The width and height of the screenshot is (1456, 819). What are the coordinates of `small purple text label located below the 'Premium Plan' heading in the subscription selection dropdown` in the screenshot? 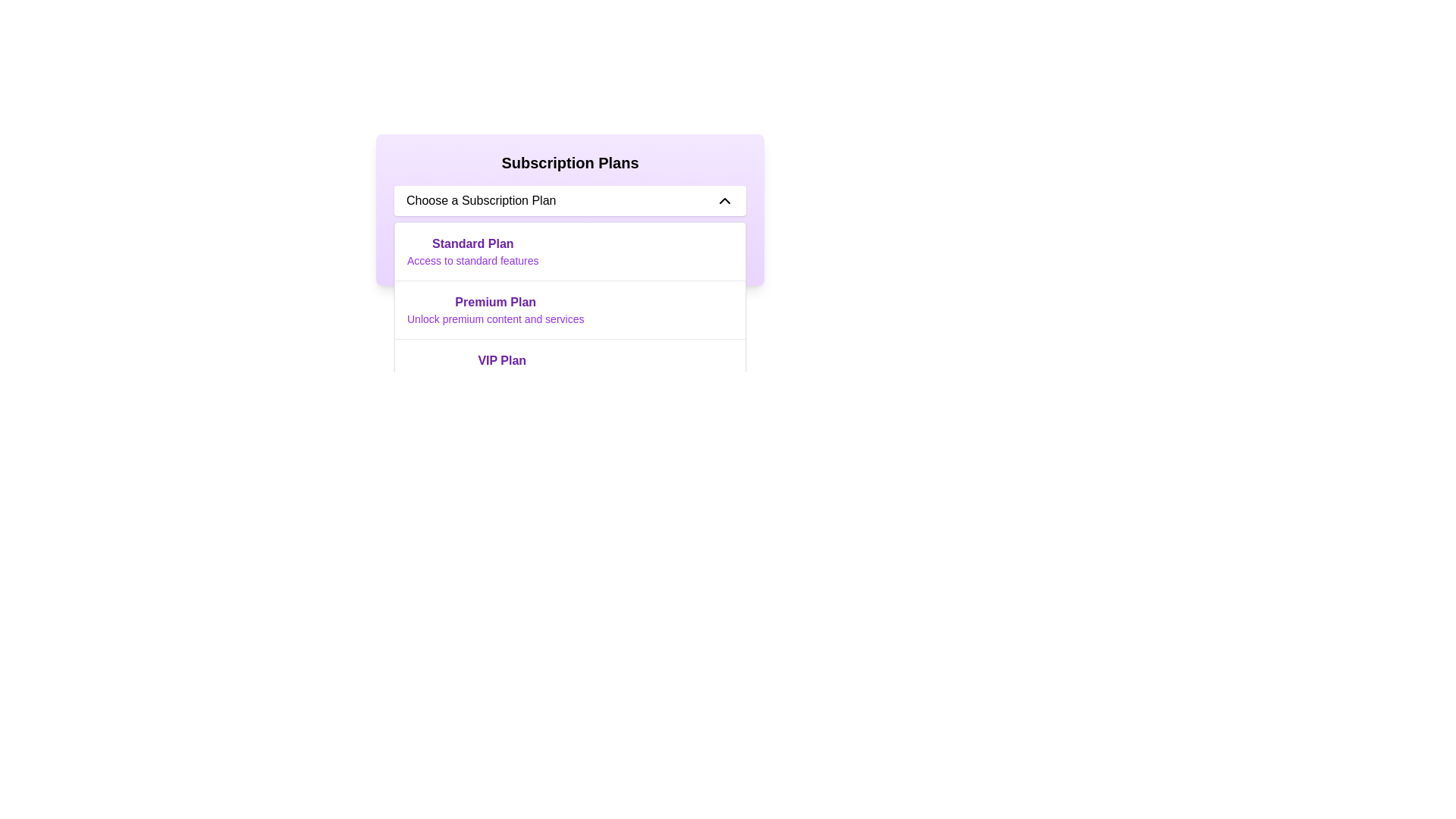 It's located at (495, 318).